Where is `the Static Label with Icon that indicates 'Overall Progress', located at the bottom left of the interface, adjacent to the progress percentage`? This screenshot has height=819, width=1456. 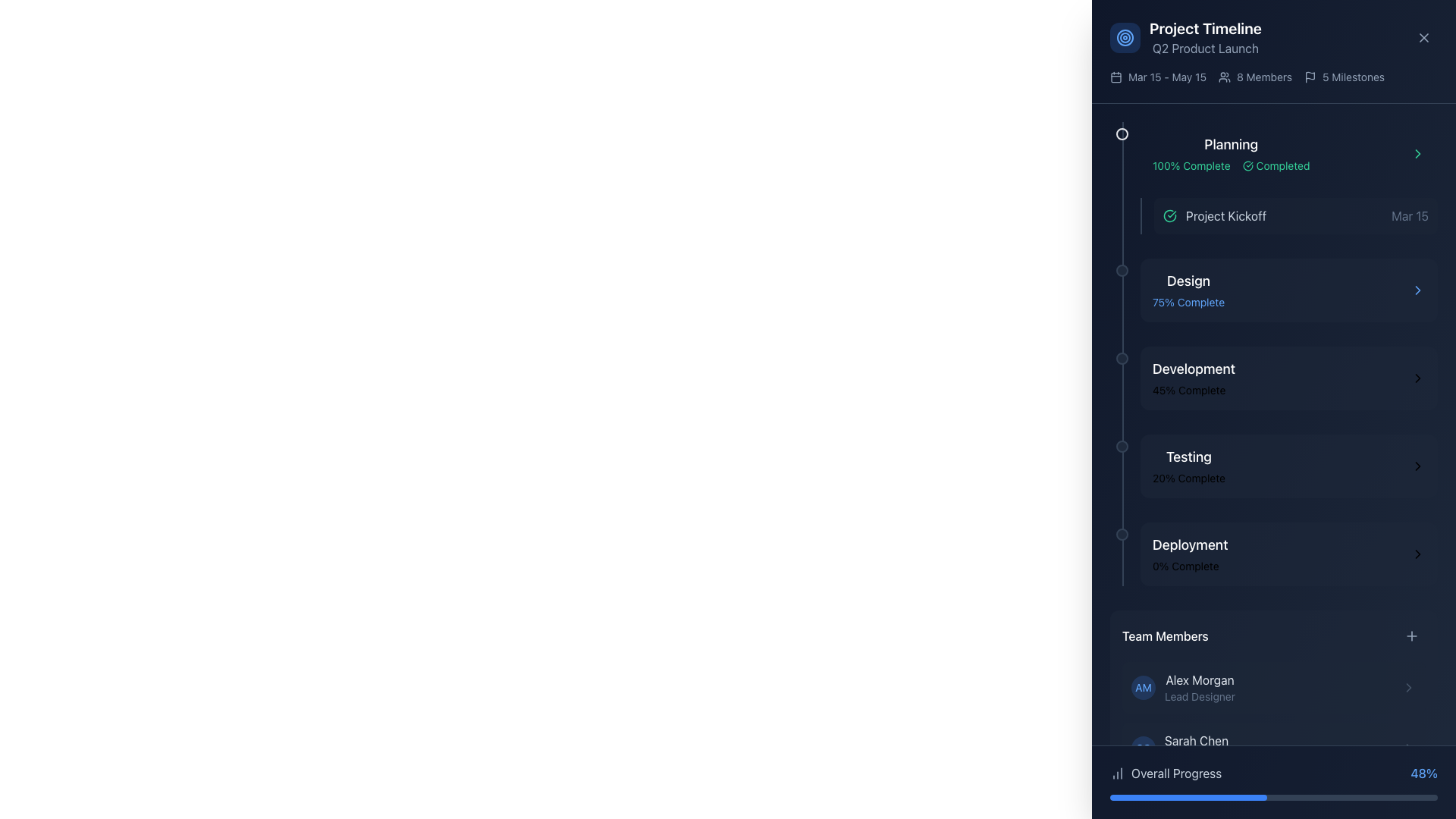 the Static Label with Icon that indicates 'Overall Progress', located at the bottom left of the interface, adjacent to the progress percentage is located at coordinates (1165, 773).